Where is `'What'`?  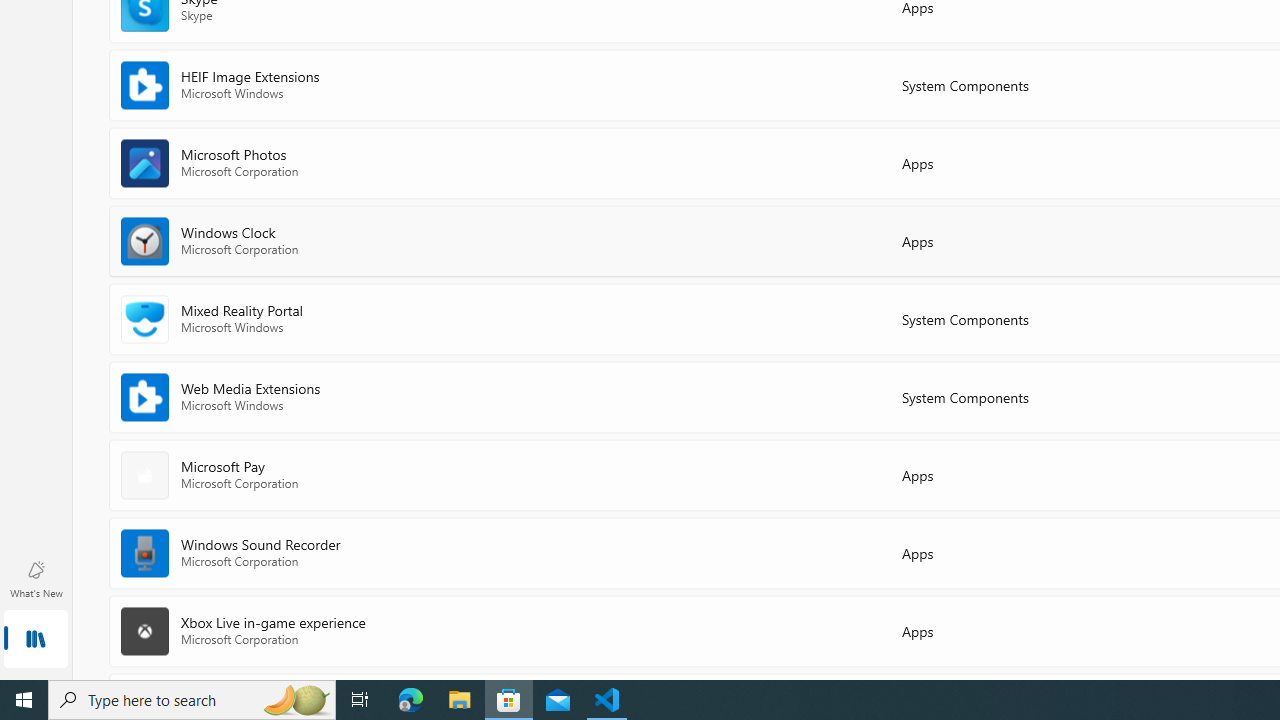
'What' is located at coordinates (35, 578).